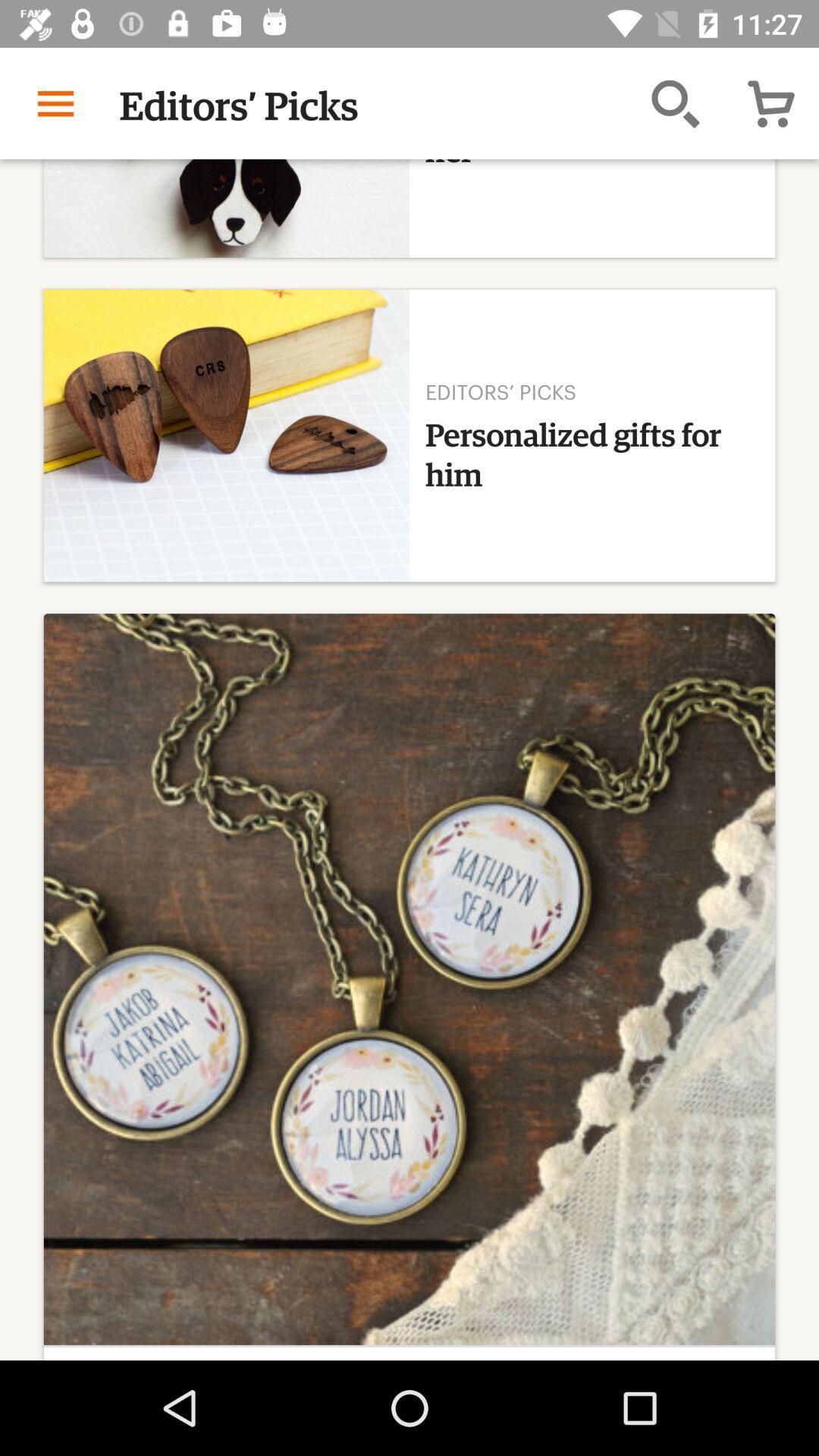  What do you see at coordinates (409, 987) in the screenshot?
I see `the last image` at bounding box center [409, 987].